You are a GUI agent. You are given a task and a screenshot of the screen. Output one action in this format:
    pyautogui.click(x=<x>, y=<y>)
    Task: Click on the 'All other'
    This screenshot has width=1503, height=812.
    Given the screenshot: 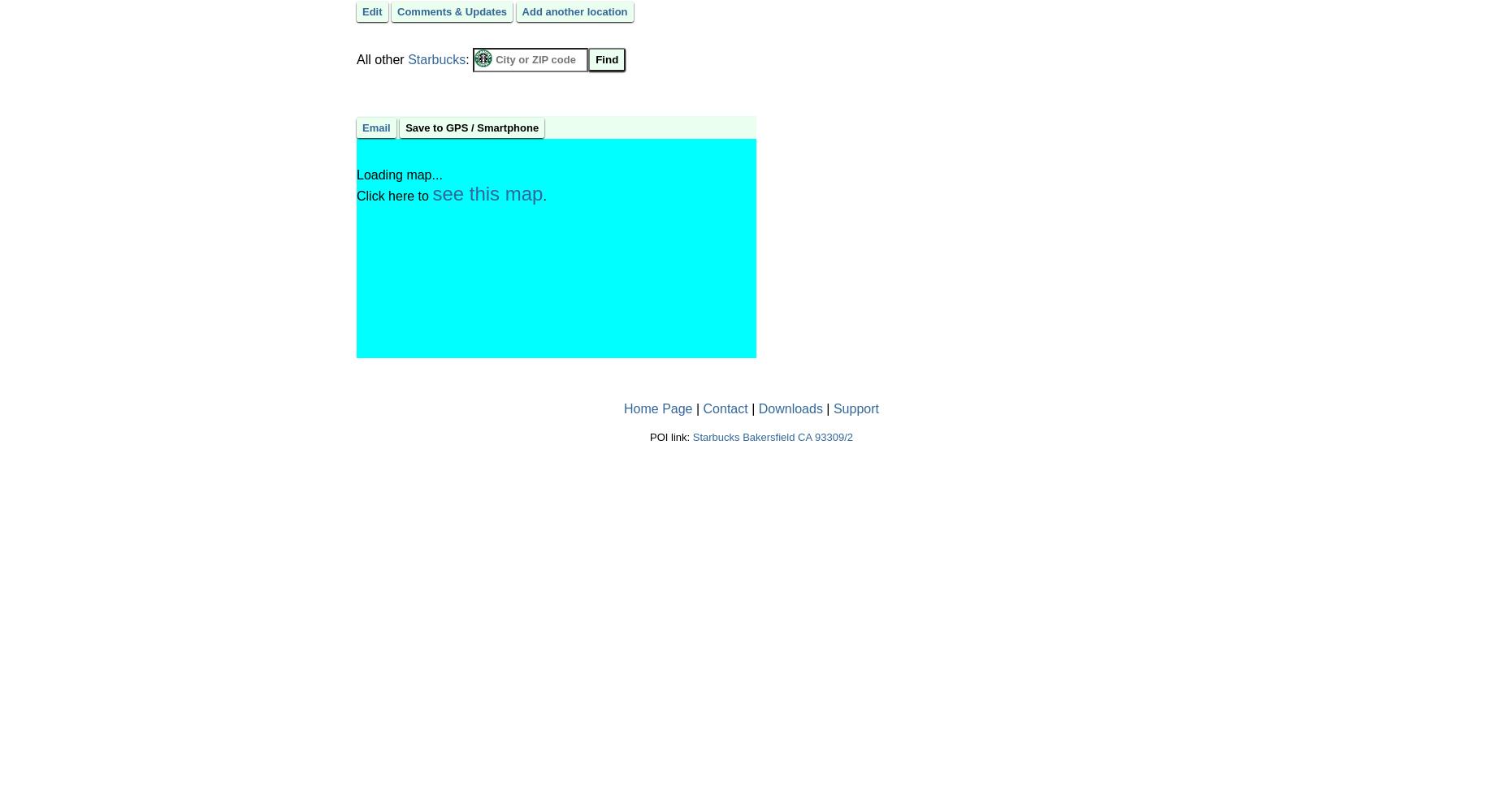 What is the action you would take?
    pyautogui.click(x=382, y=58)
    